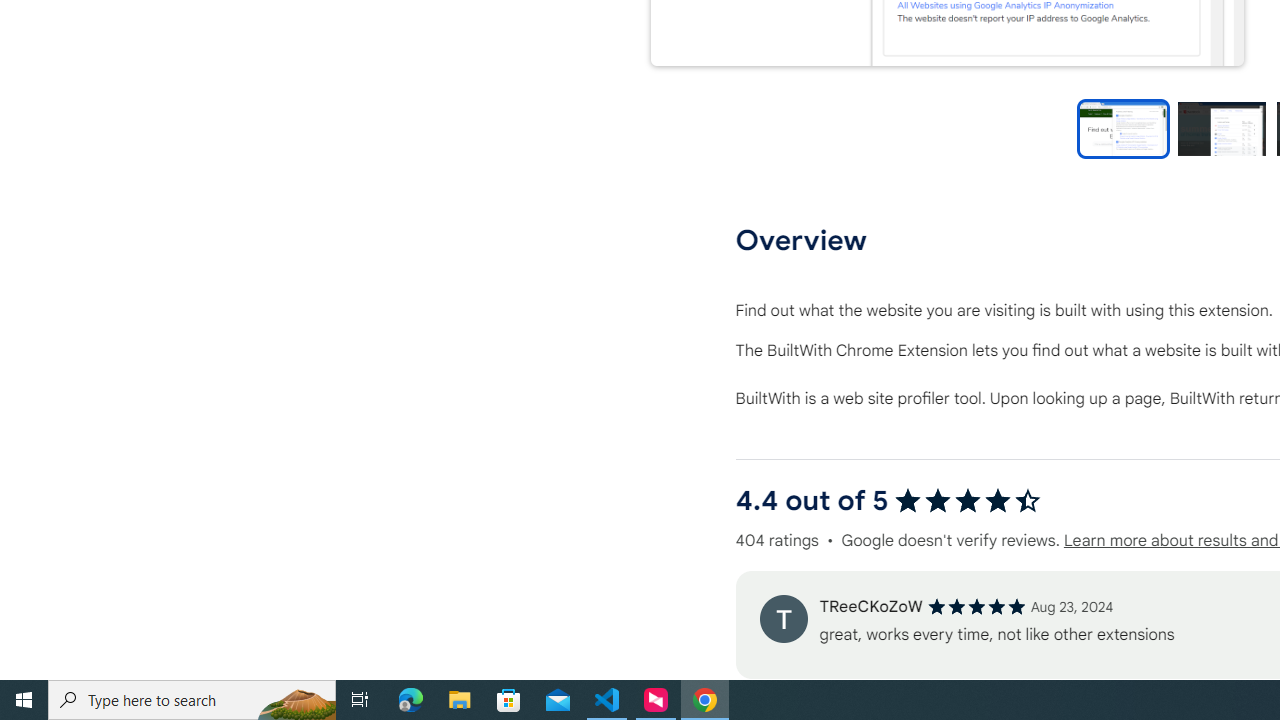 The image size is (1280, 720). What do you see at coordinates (1123, 128) in the screenshot?
I see `'Preview slide 1'` at bounding box center [1123, 128].